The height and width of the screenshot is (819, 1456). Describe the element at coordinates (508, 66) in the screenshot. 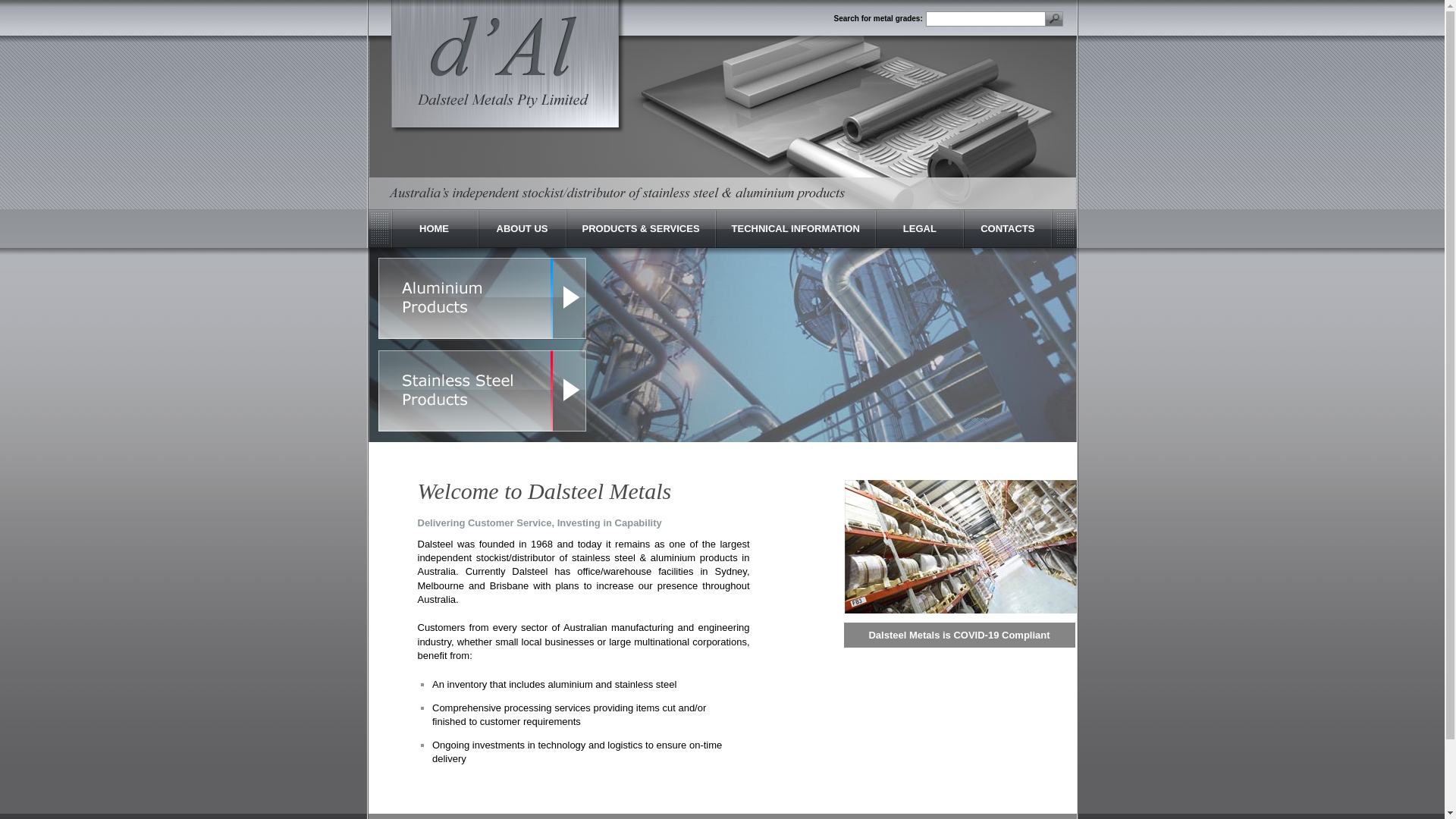

I see `'Dalsteel Metals'` at that location.